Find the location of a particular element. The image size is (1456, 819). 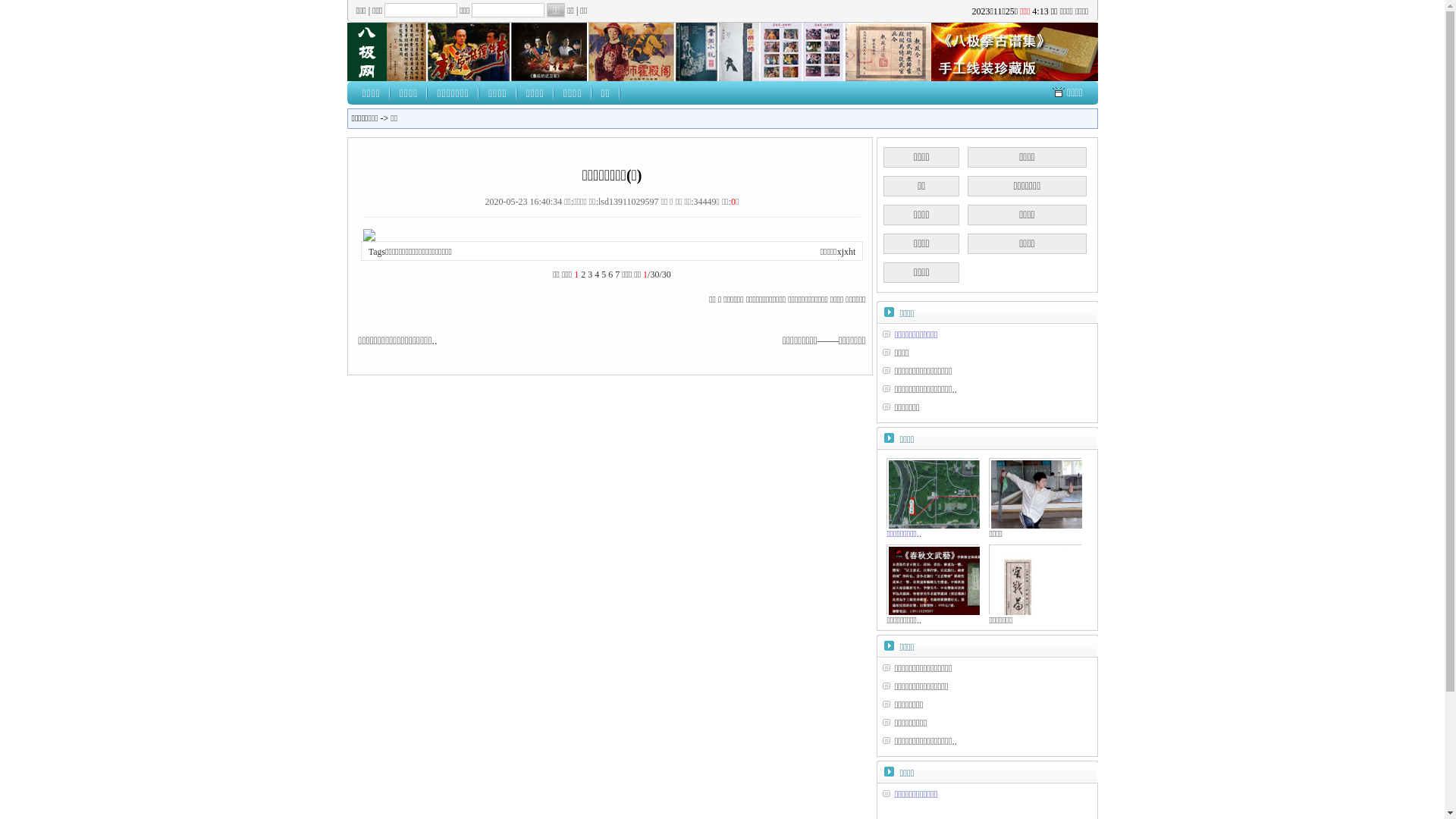

'4' is located at coordinates (593, 275).